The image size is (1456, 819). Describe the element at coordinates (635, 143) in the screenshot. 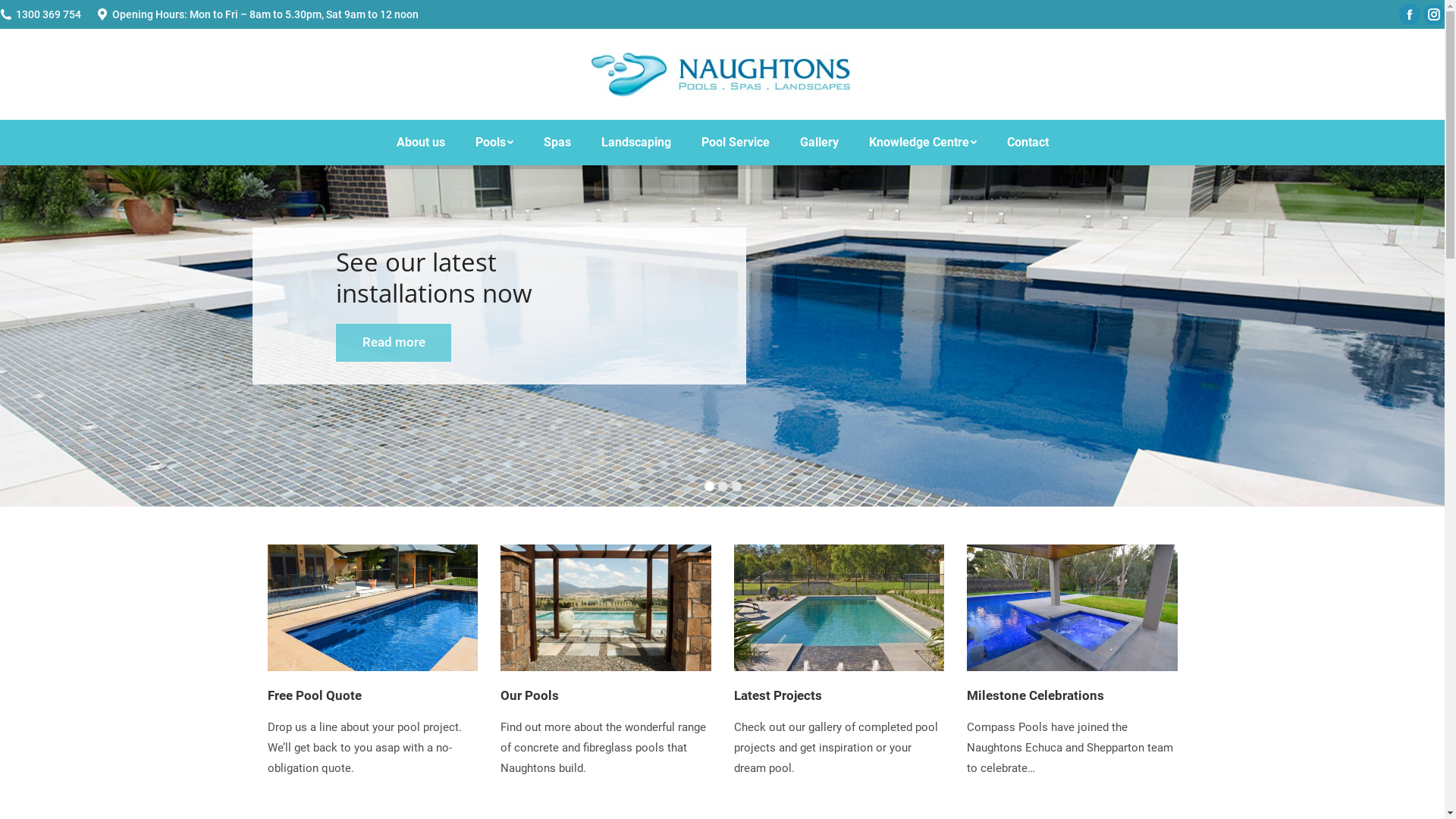

I see `'Landscaping'` at that location.